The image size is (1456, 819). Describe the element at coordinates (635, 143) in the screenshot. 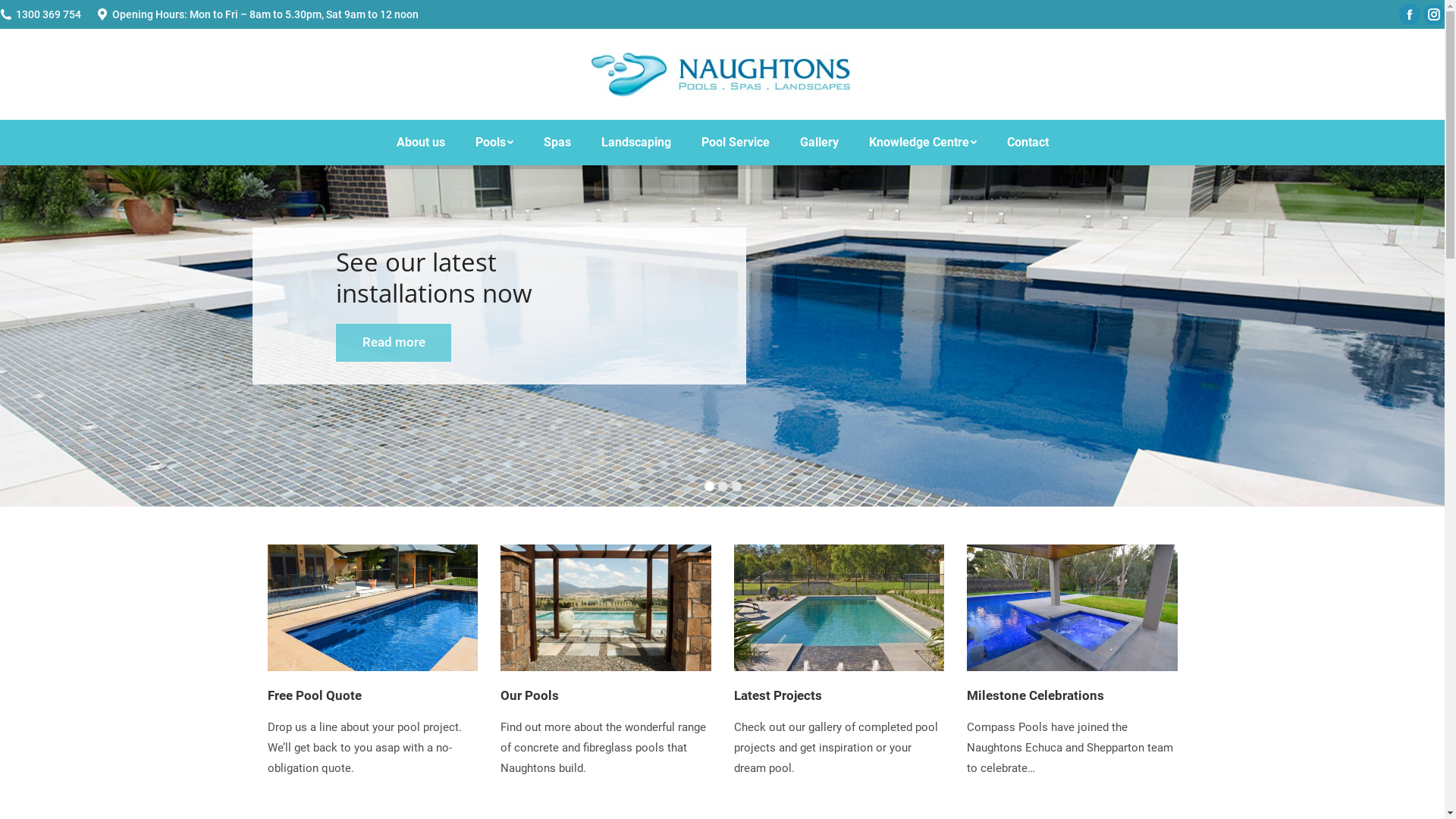

I see `'Landscaping'` at that location.